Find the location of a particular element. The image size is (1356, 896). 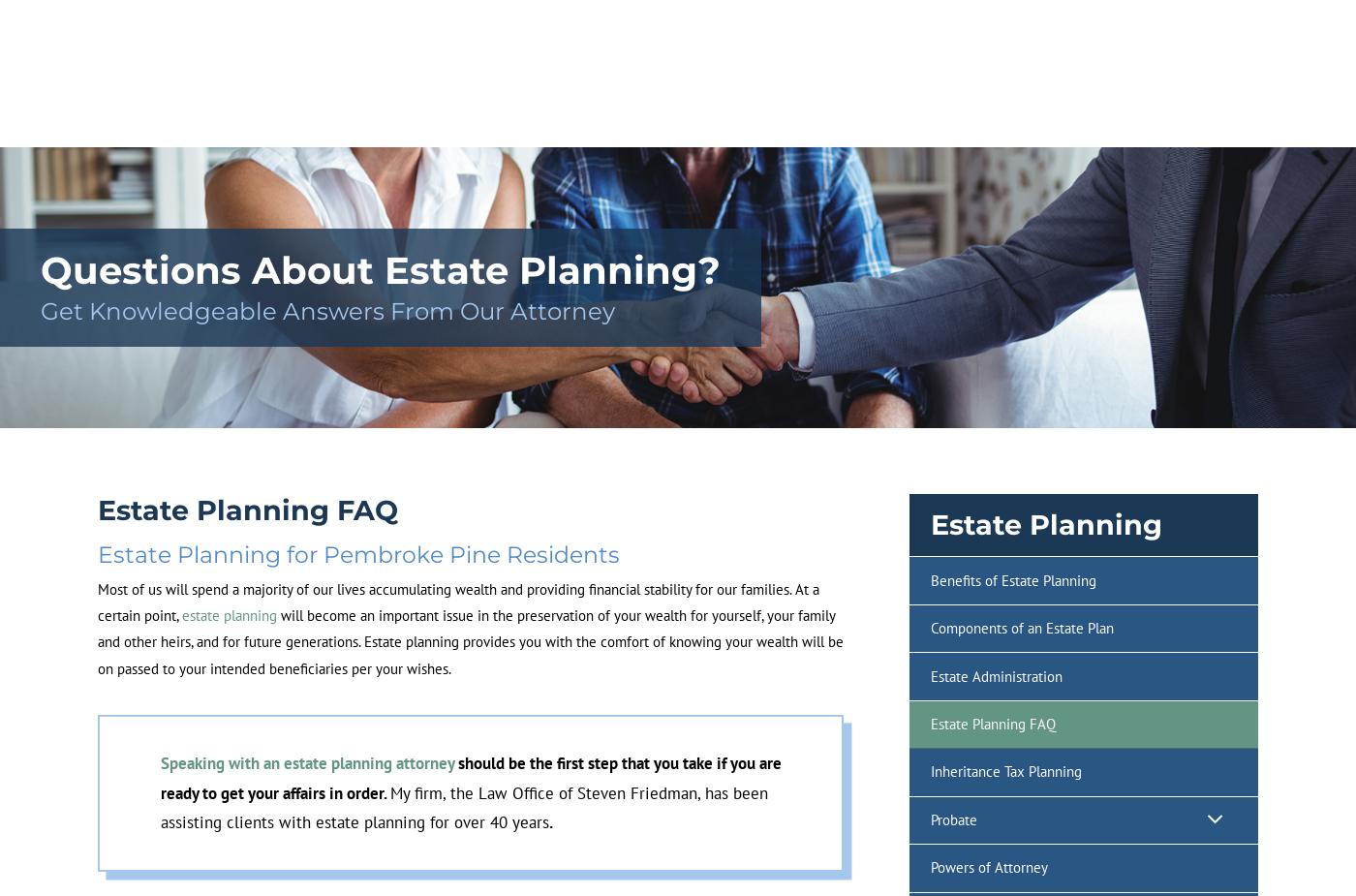

'Components of an Estate Plan' is located at coordinates (1022, 628).